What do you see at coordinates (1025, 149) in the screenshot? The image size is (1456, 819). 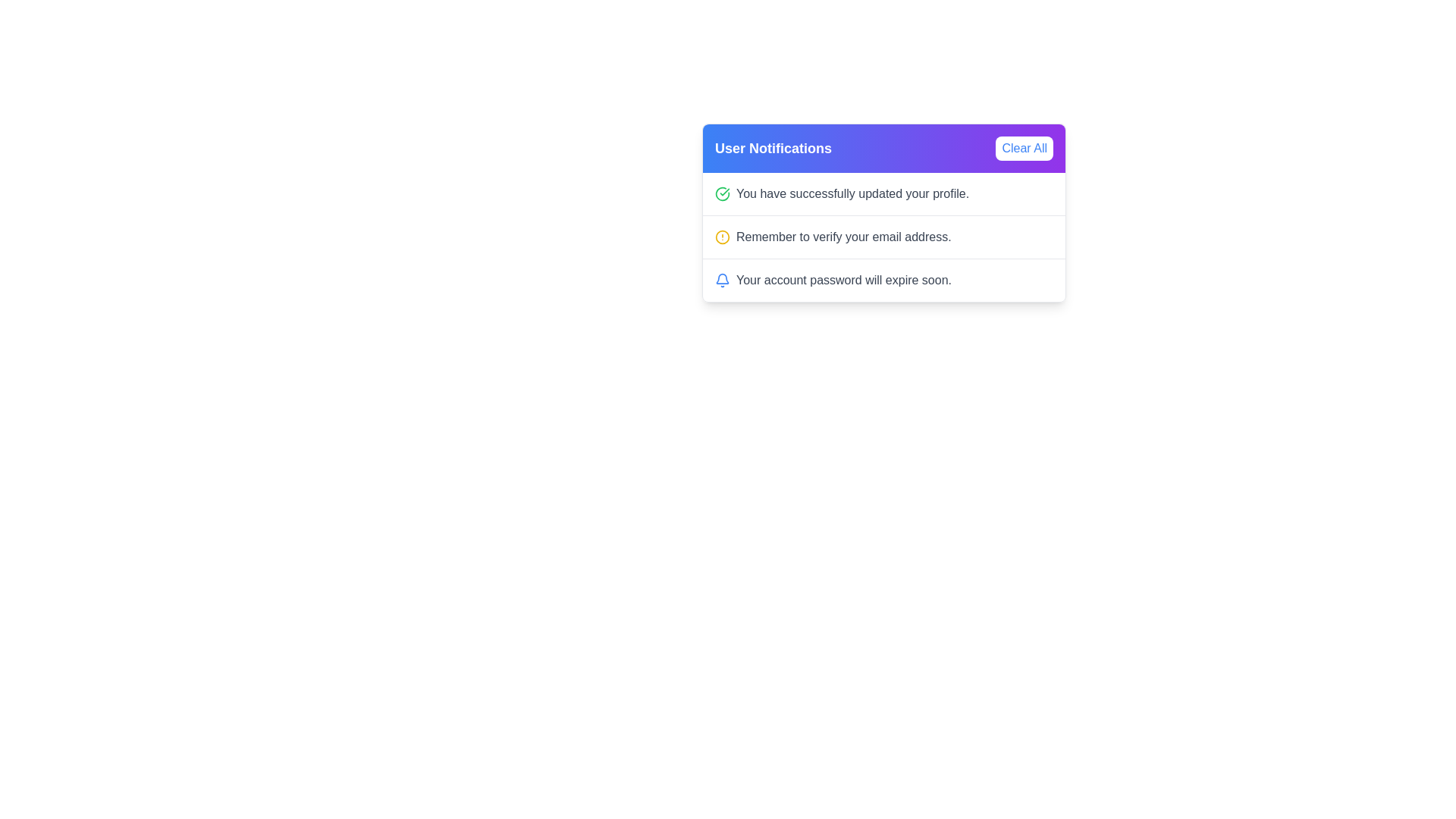 I see `the 'Clear All' button in the top-right corner of the 'User Notifications' section` at bounding box center [1025, 149].